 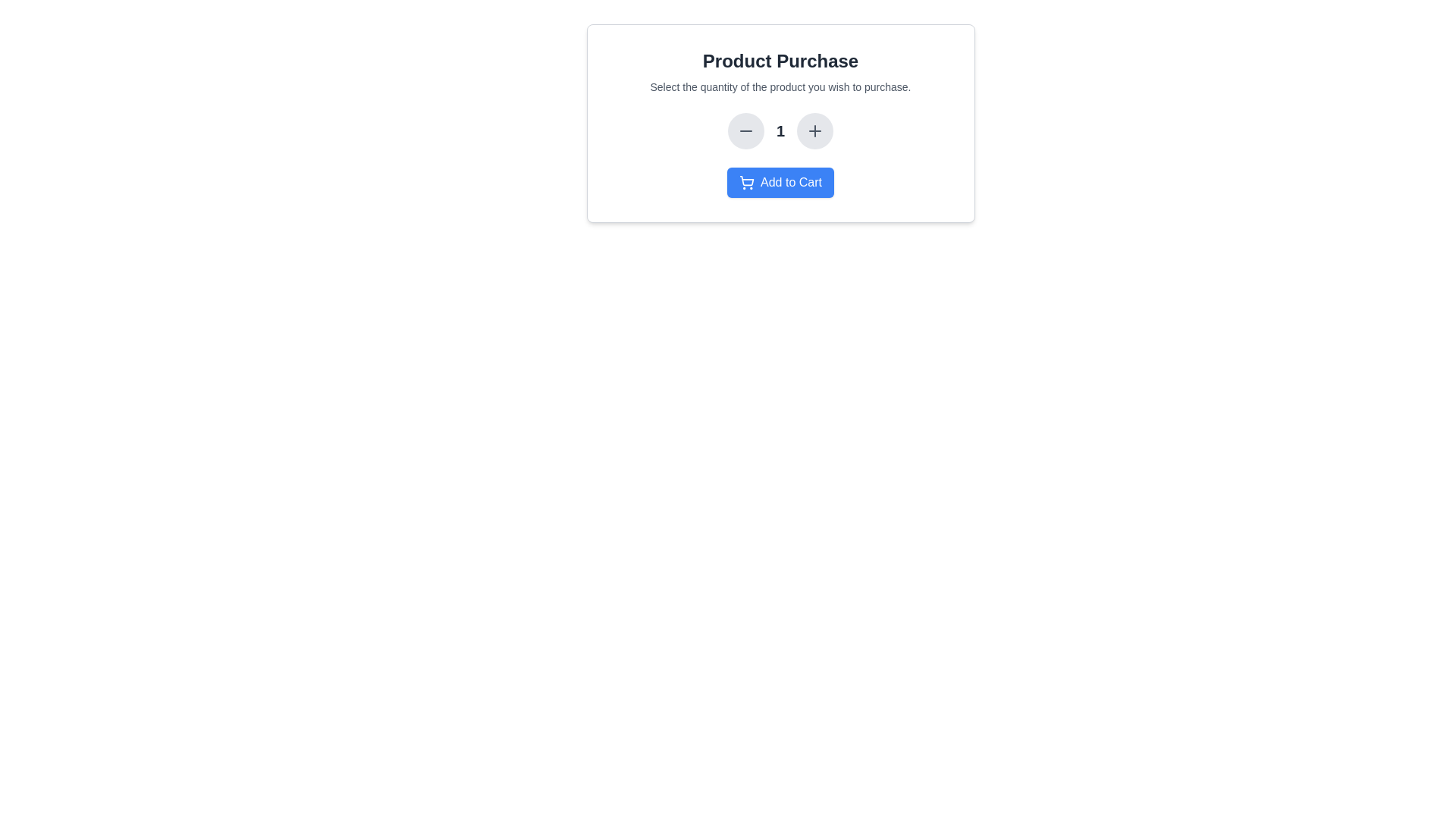 I want to click on the increment button, which is located to the right of the number 1, to observe its hover effect, so click(x=814, y=130).